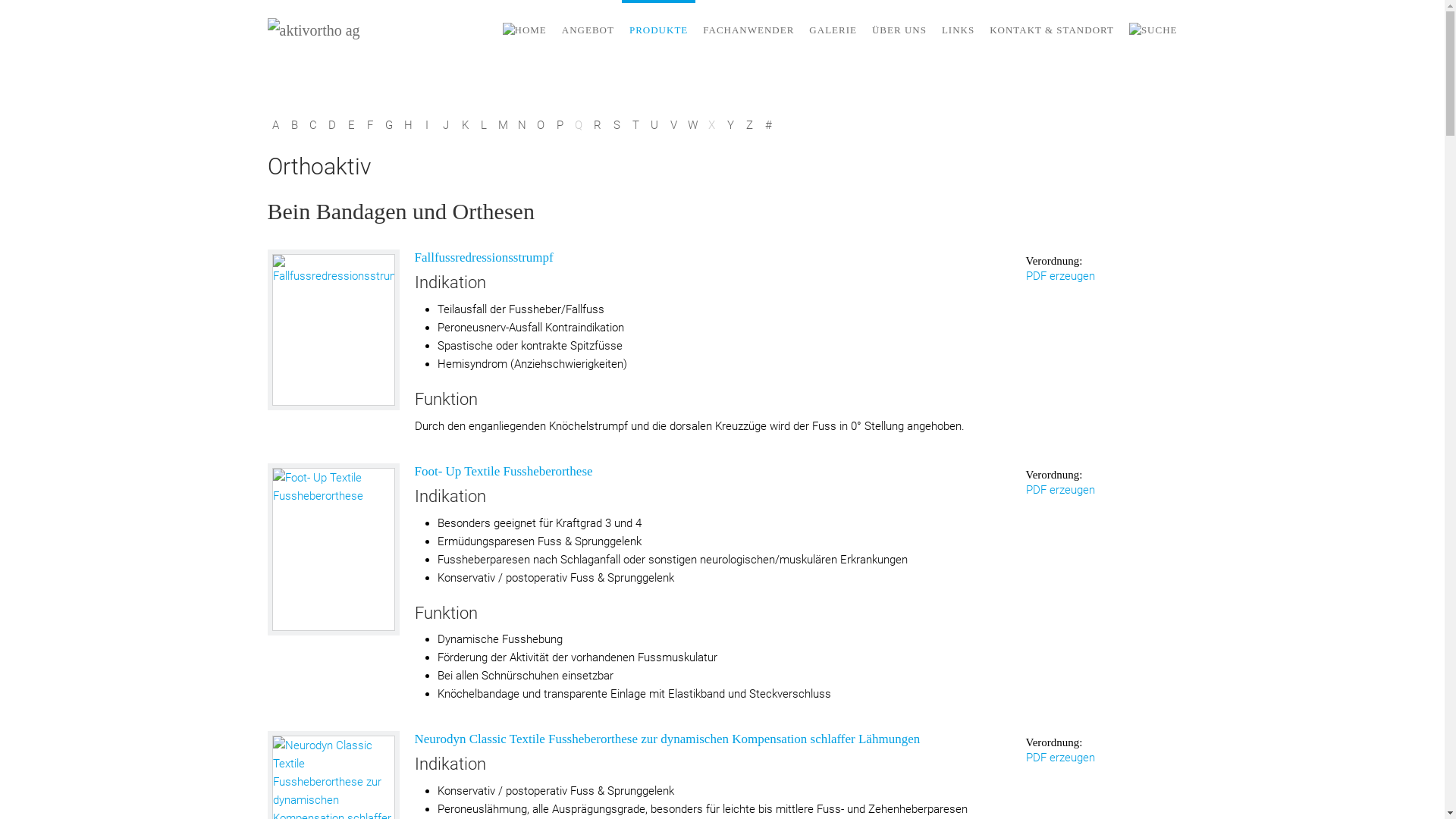  I want to click on 'F', so click(370, 124).